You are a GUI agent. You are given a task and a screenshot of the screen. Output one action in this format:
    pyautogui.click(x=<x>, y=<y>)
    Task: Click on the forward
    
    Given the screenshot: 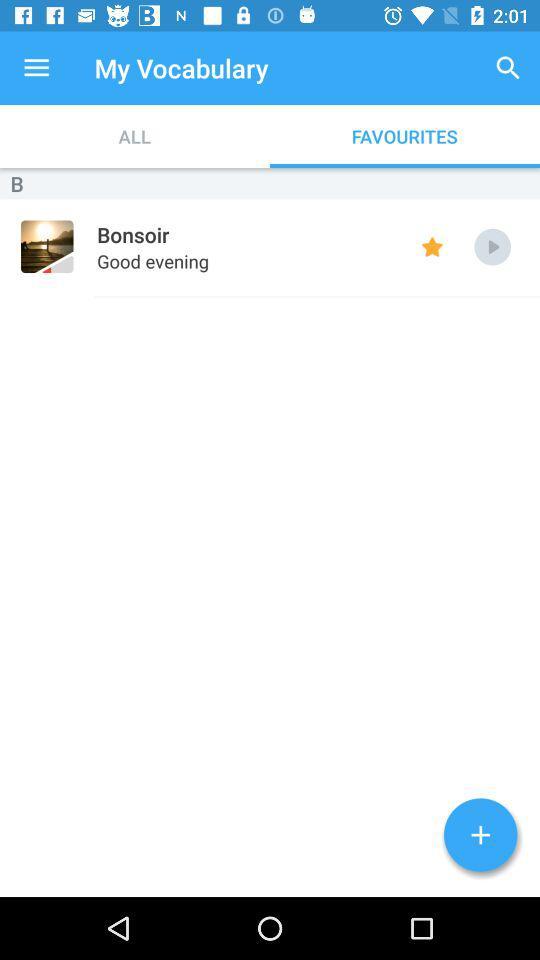 What is the action you would take?
    pyautogui.click(x=491, y=246)
    